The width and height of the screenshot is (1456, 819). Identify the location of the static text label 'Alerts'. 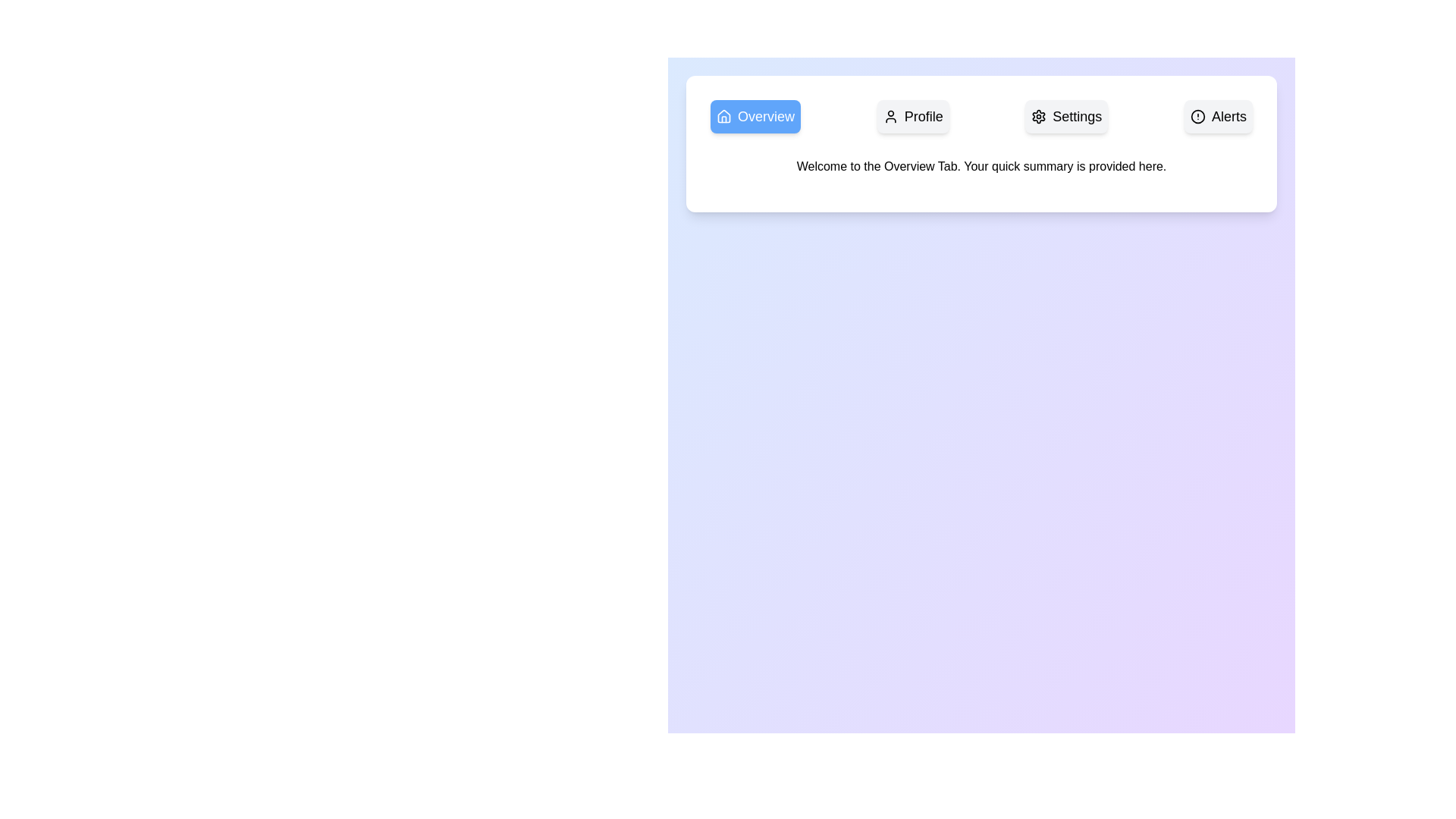
(1229, 116).